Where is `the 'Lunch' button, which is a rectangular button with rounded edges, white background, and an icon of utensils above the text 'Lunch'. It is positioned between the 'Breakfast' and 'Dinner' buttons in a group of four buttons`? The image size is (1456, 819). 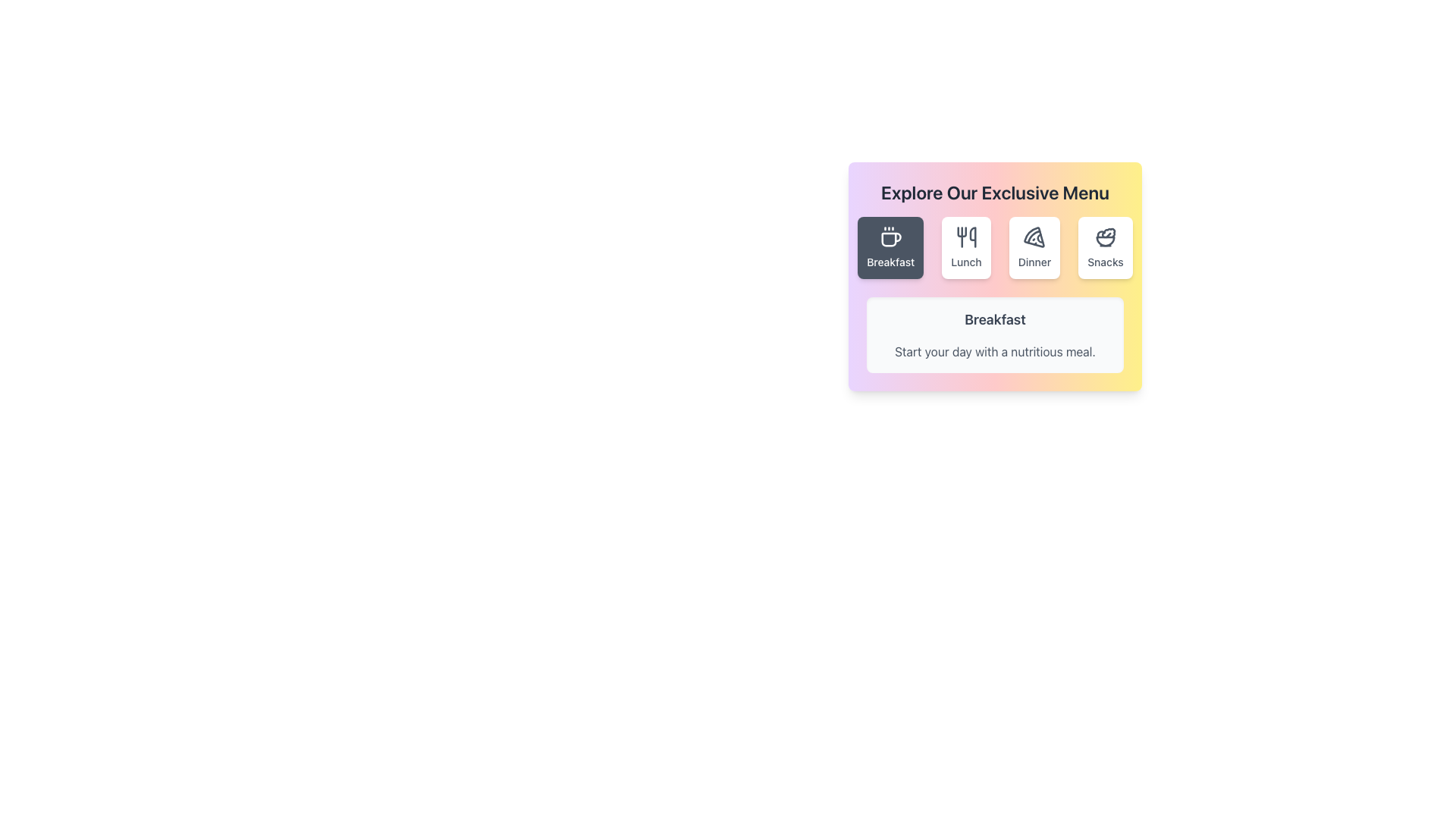 the 'Lunch' button, which is a rectangular button with rounded edges, white background, and an icon of utensils above the text 'Lunch'. It is positioned between the 'Breakfast' and 'Dinner' buttons in a group of four buttons is located at coordinates (965, 247).